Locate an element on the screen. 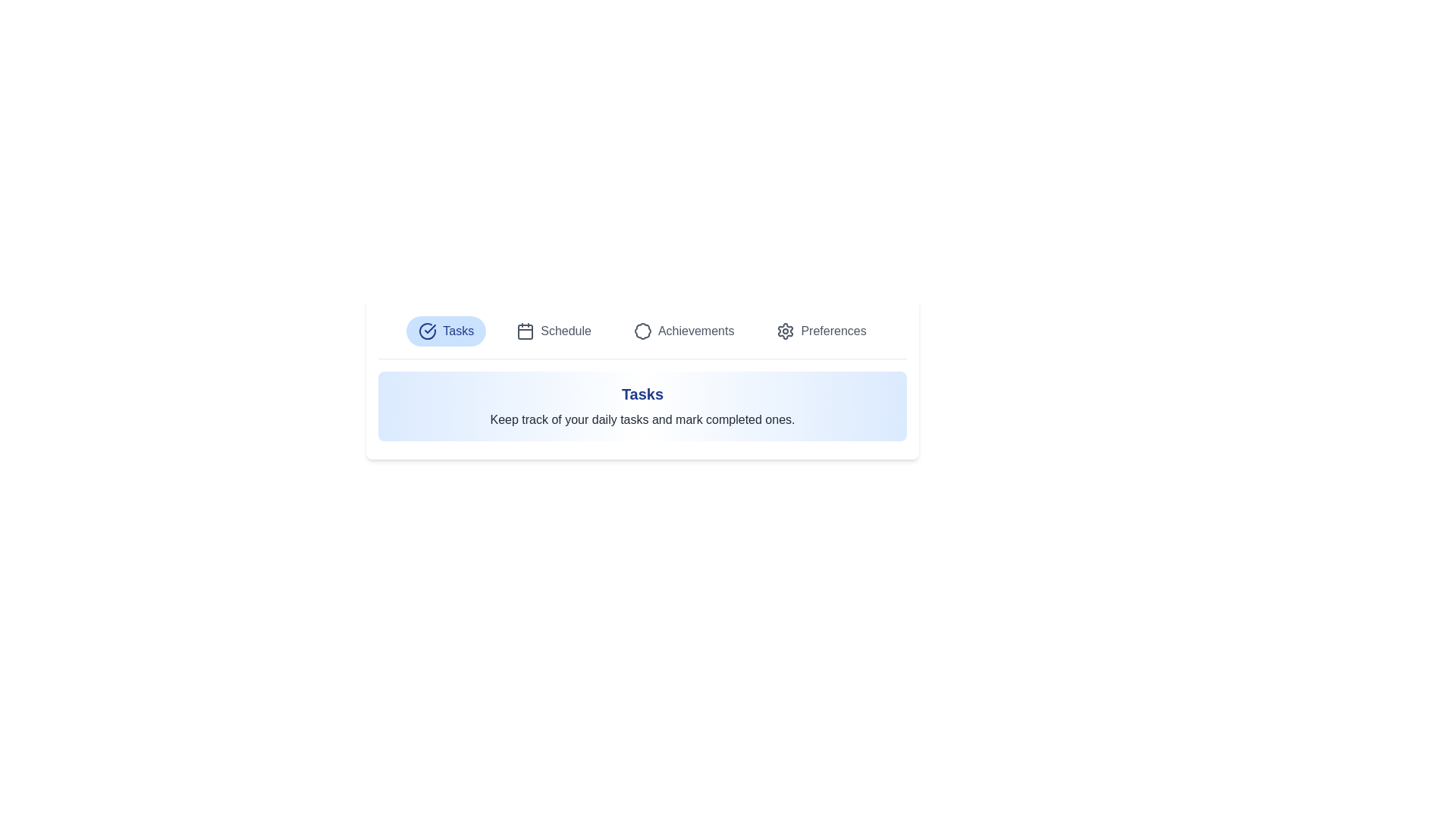 This screenshot has height=819, width=1456. the 'Achievements' text label, which is the third item in the top-center navigation menu, following 'Tasks' and 'Schedule.' is located at coordinates (695, 330).